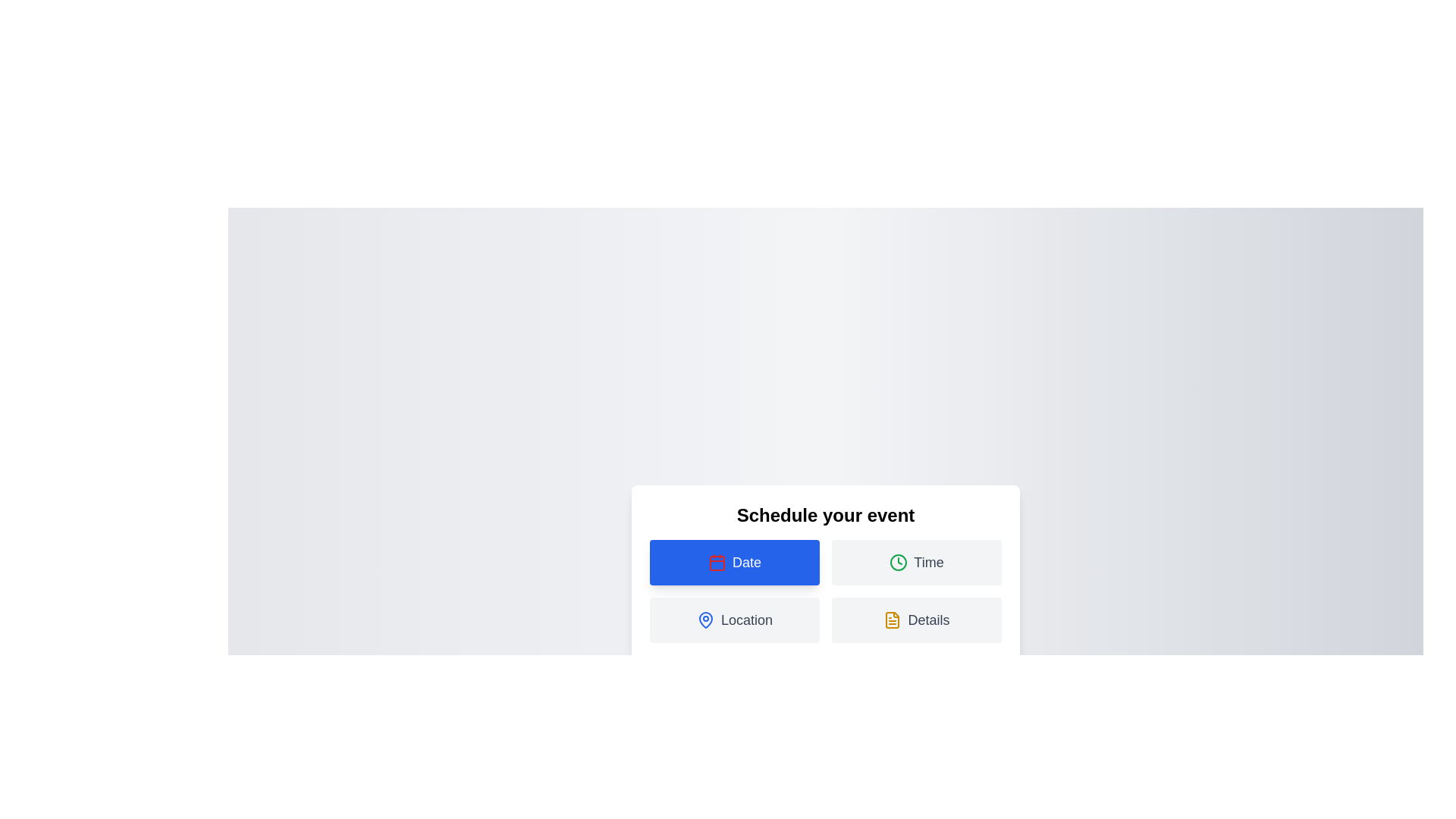 The width and height of the screenshot is (1456, 819). What do you see at coordinates (705, 620) in the screenshot?
I see `the blue outlined map pin icon located within the 'Location' button in the lower-left of the menu grid to initiate related actions` at bounding box center [705, 620].